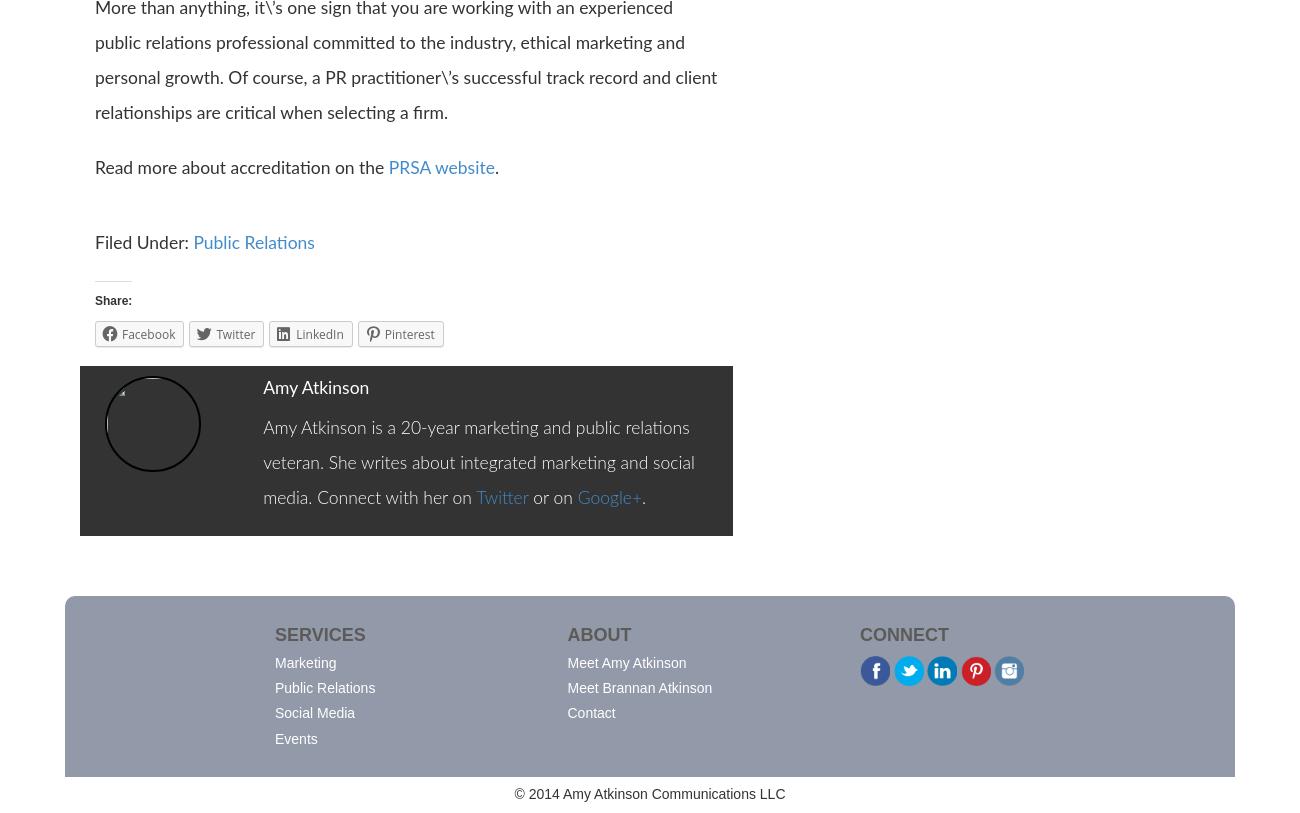 Image resolution: width=1300 pixels, height=813 pixels. I want to click on 'Meet Brannan Atkinson', so click(639, 687).